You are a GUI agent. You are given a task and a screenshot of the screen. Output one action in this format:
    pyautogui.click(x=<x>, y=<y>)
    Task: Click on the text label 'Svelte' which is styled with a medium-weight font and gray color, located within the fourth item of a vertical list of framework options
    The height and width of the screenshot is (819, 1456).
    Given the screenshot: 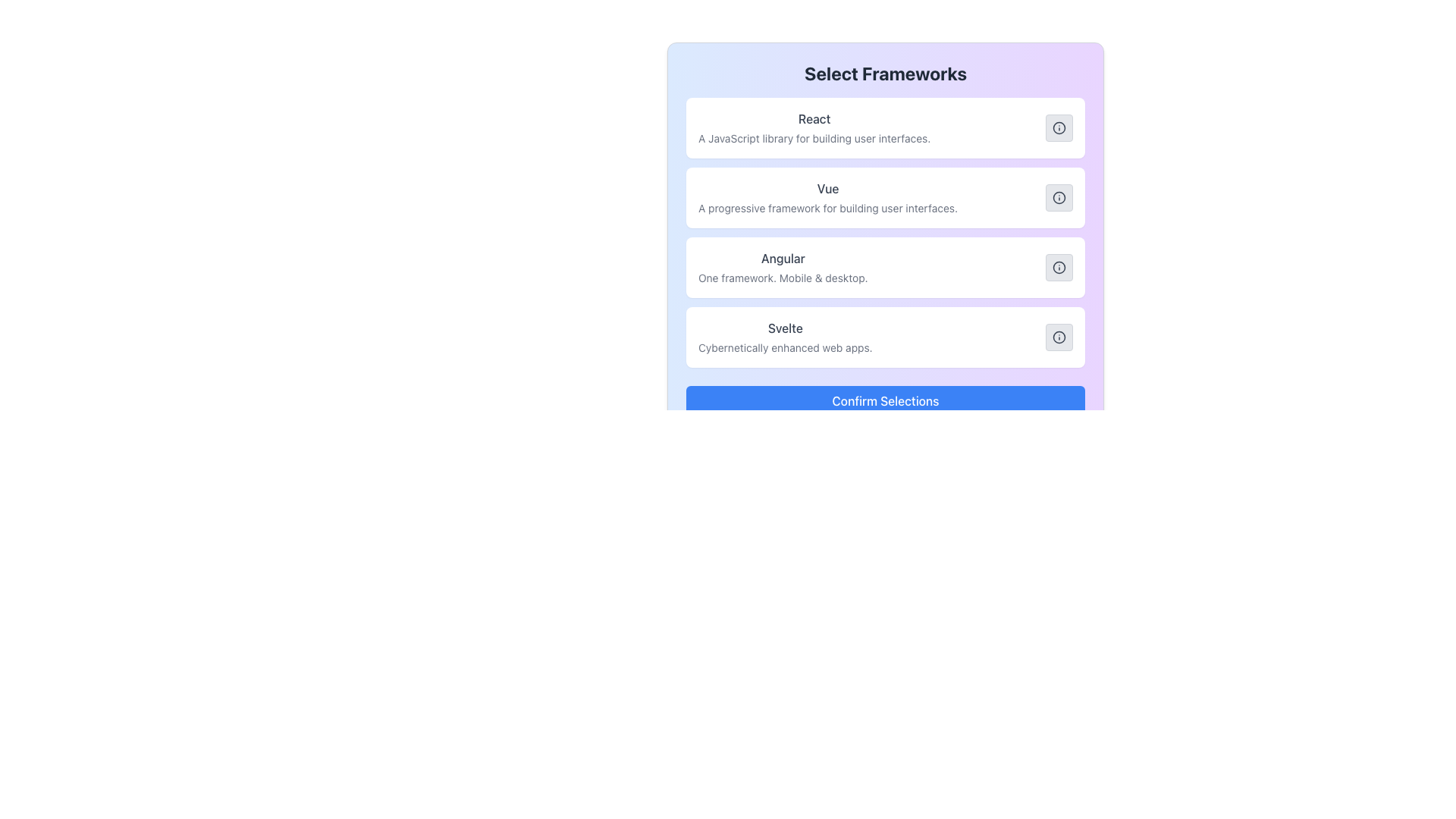 What is the action you would take?
    pyautogui.click(x=785, y=327)
    